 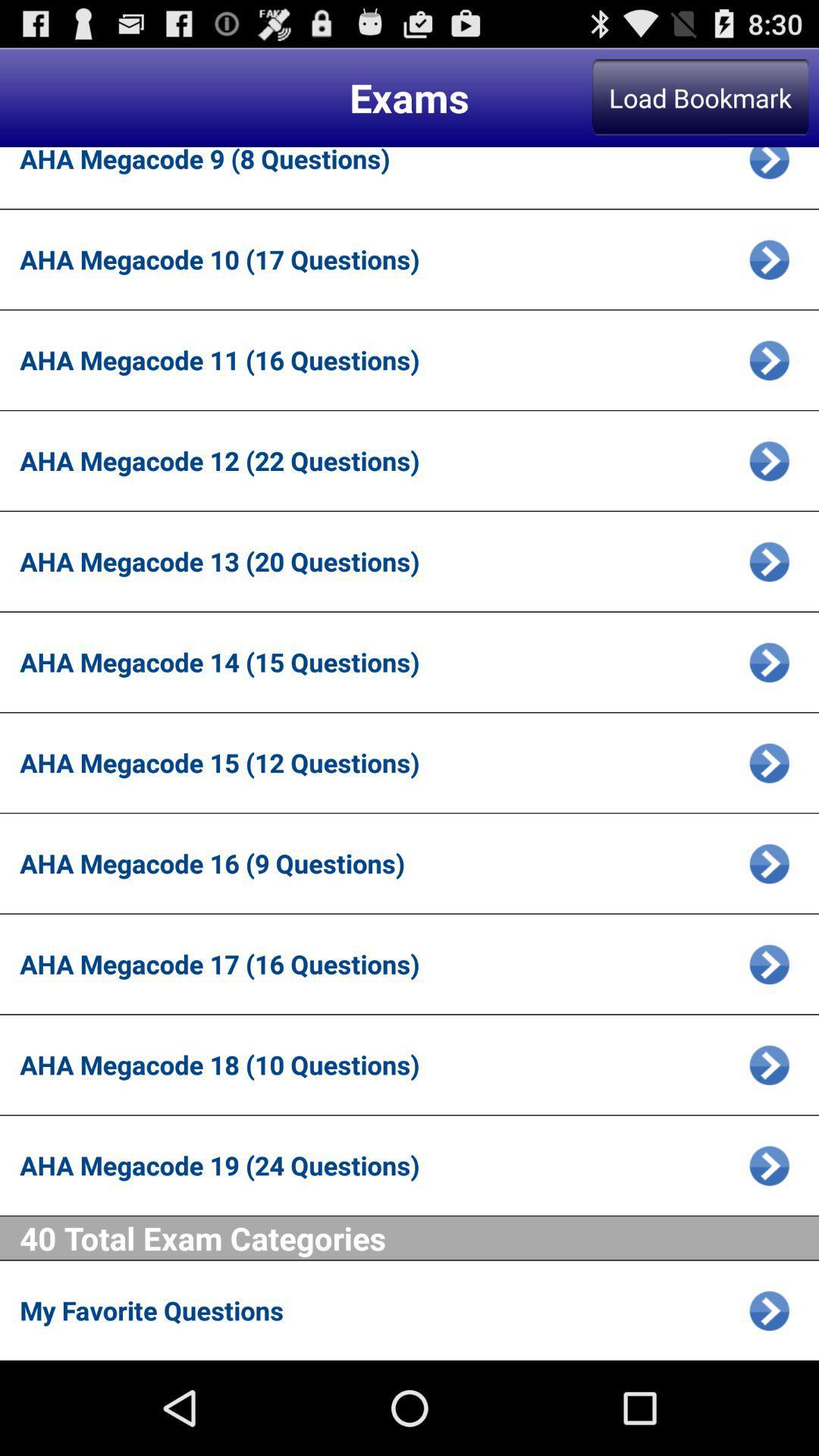 What do you see at coordinates (769, 168) in the screenshot?
I see `the blue icon in the first line` at bounding box center [769, 168].